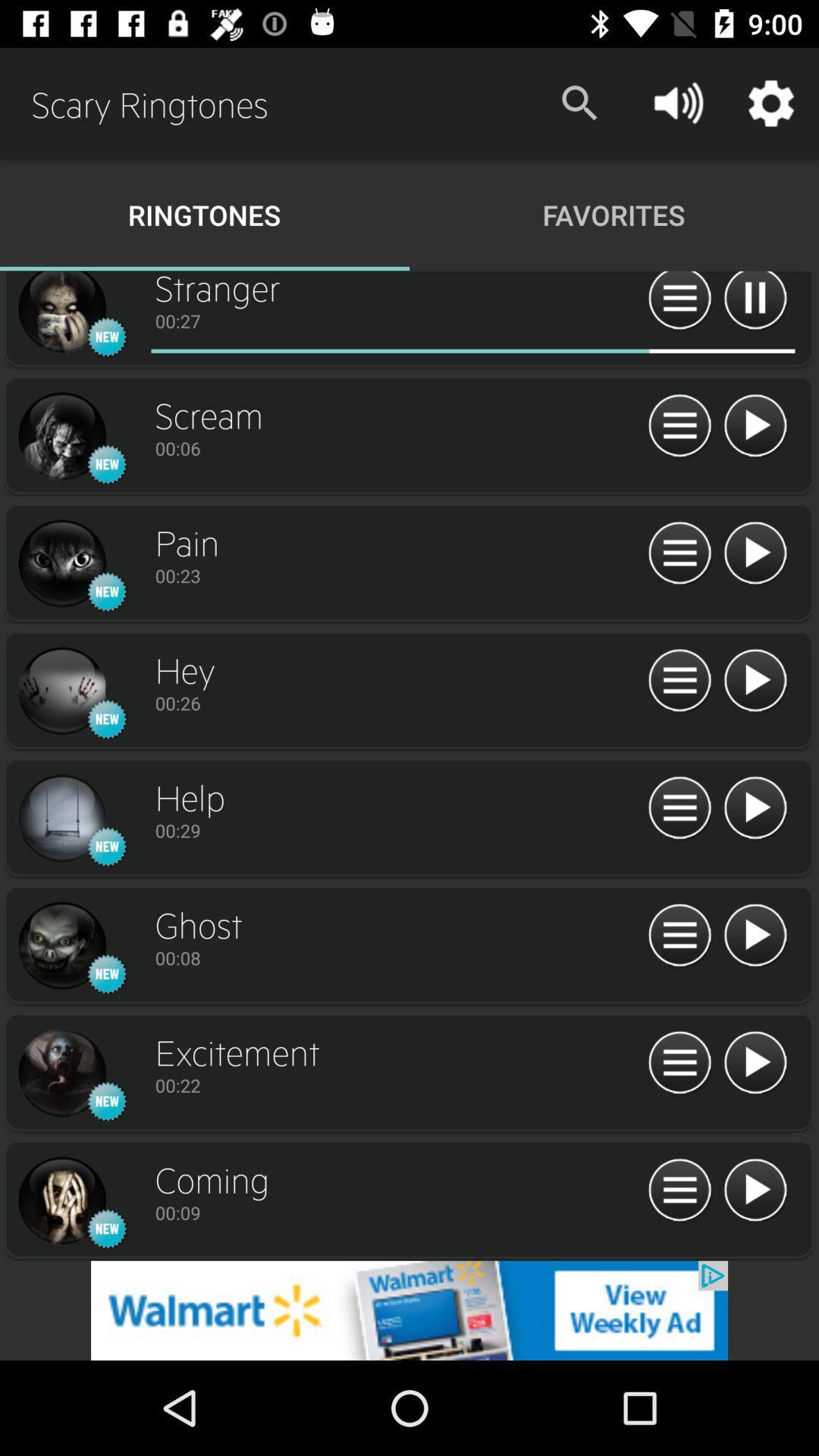 Image resolution: width=819 pixels, height=1456 pixels. Describe the element at coordinates (61, 436) in the screenshot. I see `photo` at that location.